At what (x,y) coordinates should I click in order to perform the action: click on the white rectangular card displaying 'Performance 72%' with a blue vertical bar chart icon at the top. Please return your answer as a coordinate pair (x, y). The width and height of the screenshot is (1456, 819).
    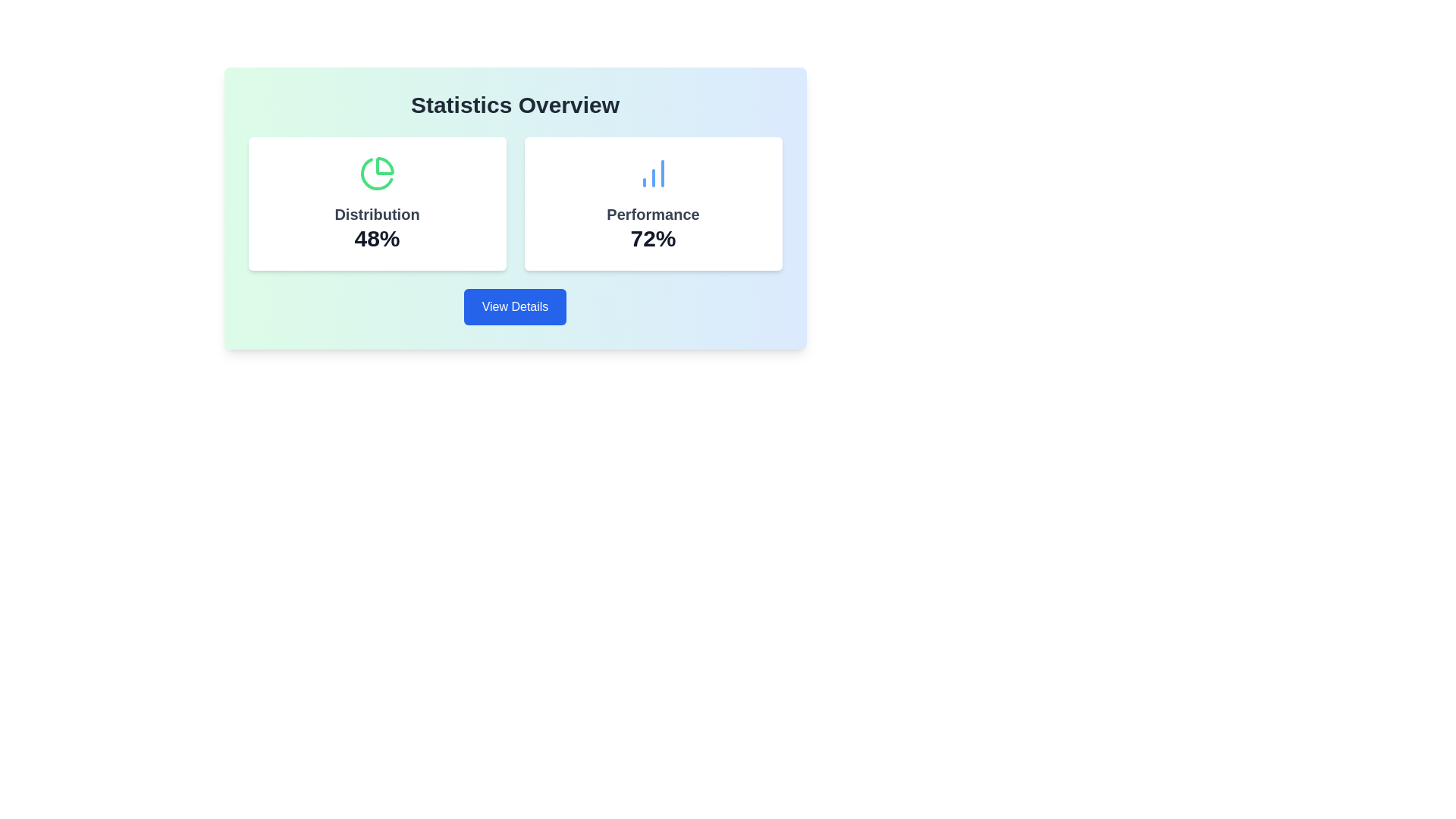
    Looking at the image, I should click on (653, 203).